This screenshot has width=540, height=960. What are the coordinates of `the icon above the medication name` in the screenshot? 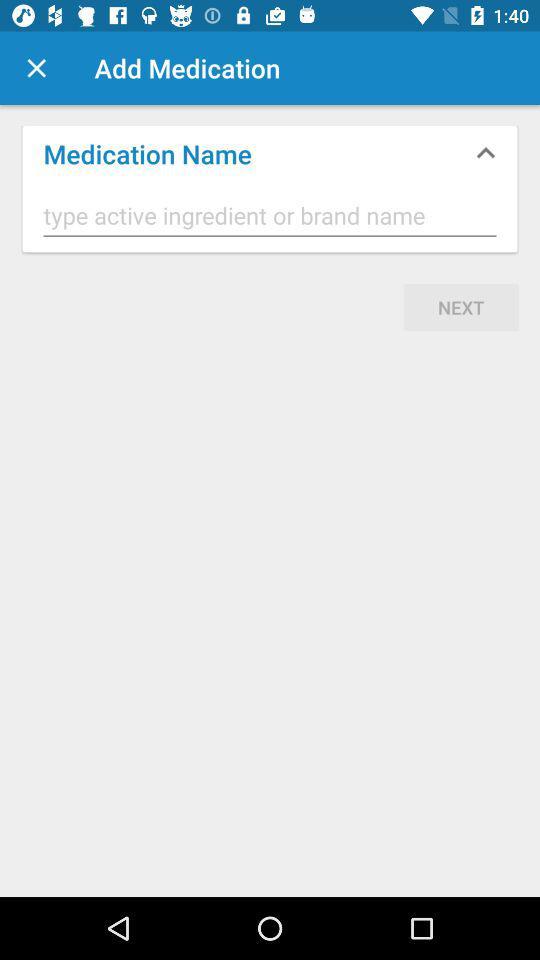 It's located at (36, 68).